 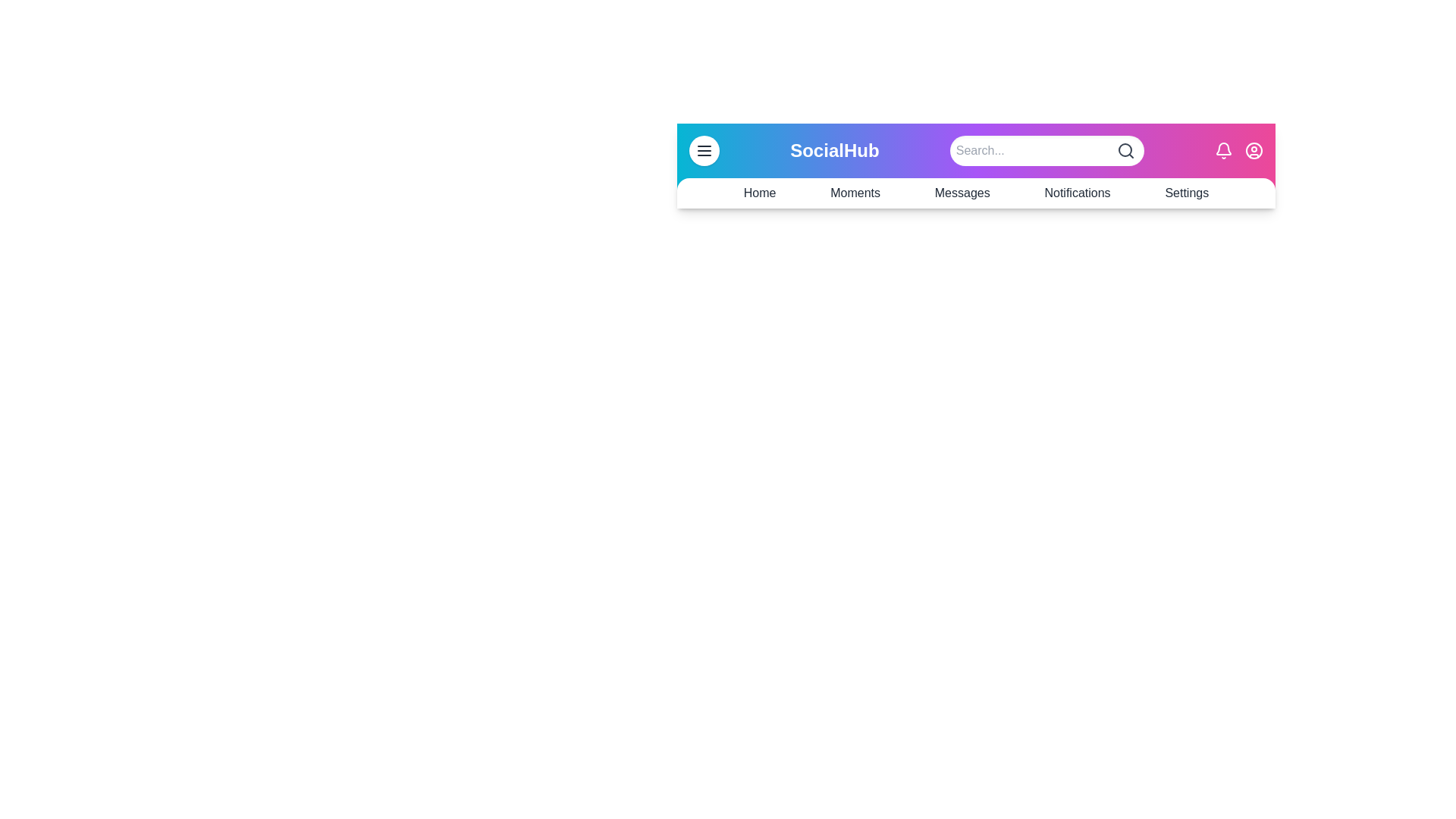 I want to click on the navigation link labeled Home, so click(x=760, y=192).